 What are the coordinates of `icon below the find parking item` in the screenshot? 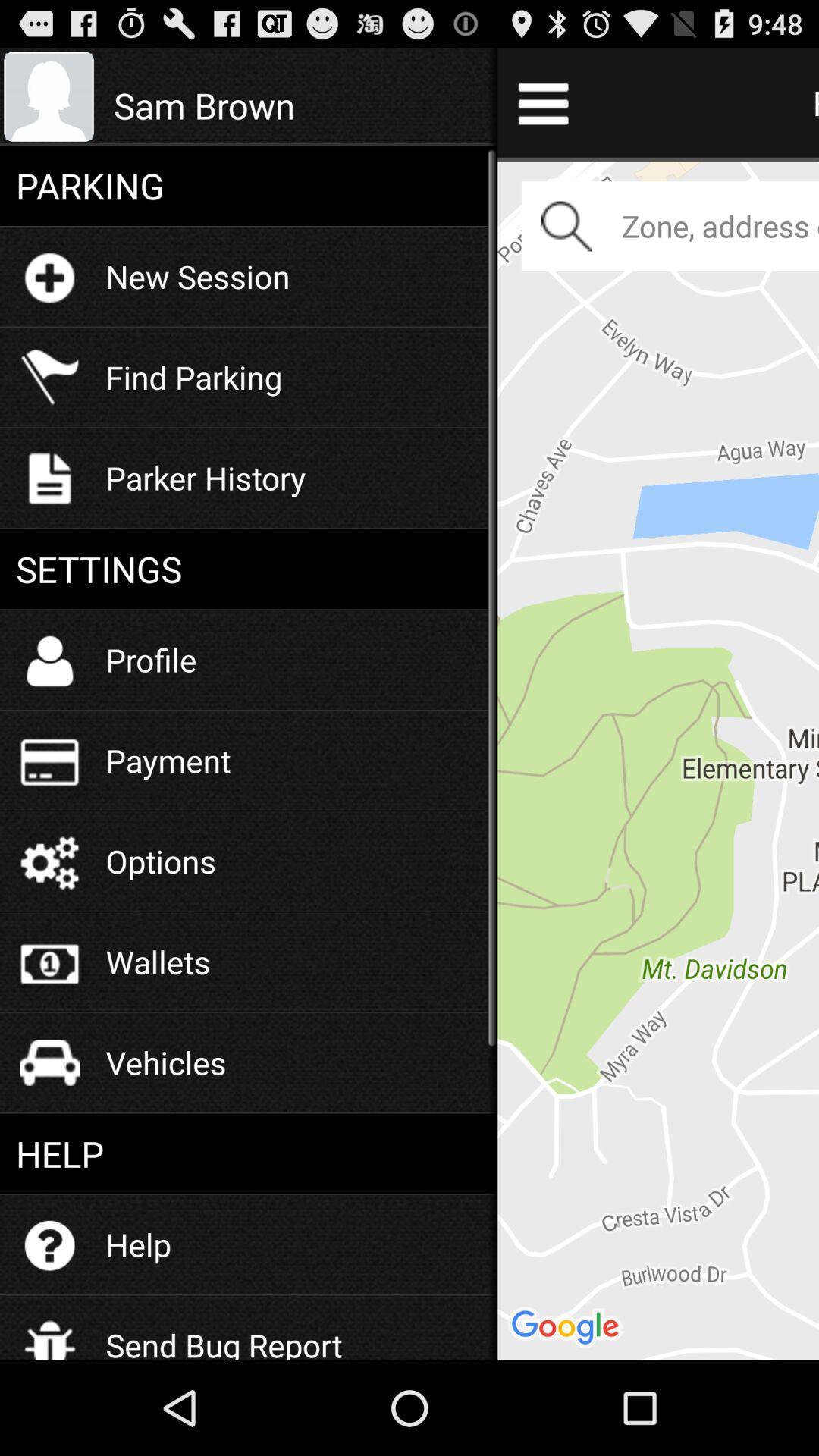 It's located at (206, 476).